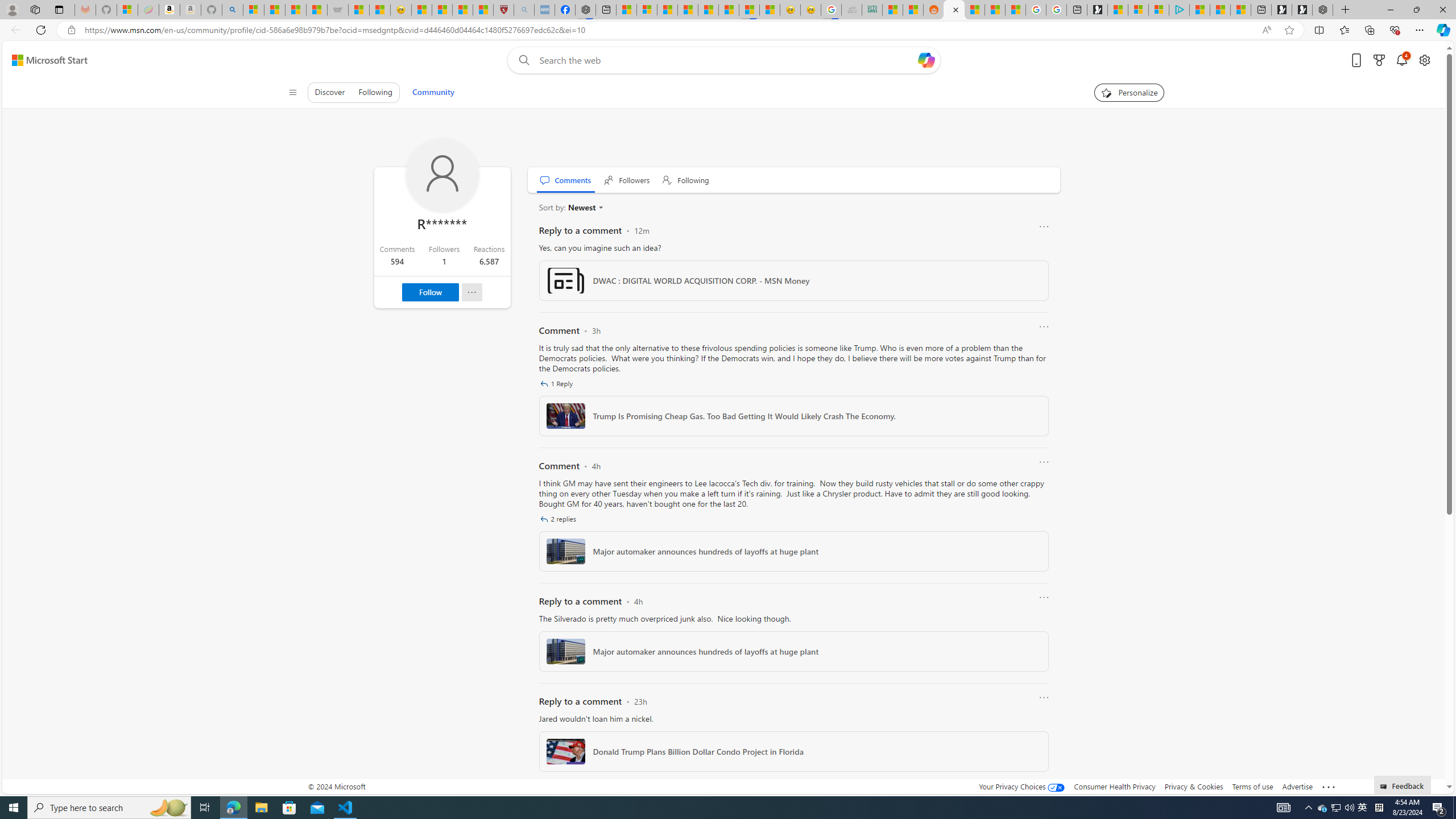 This screenshot has height=819, width=1456. Describe the element at coordinates (433, 92) in the screenshot. I see `'Community'` at that location.